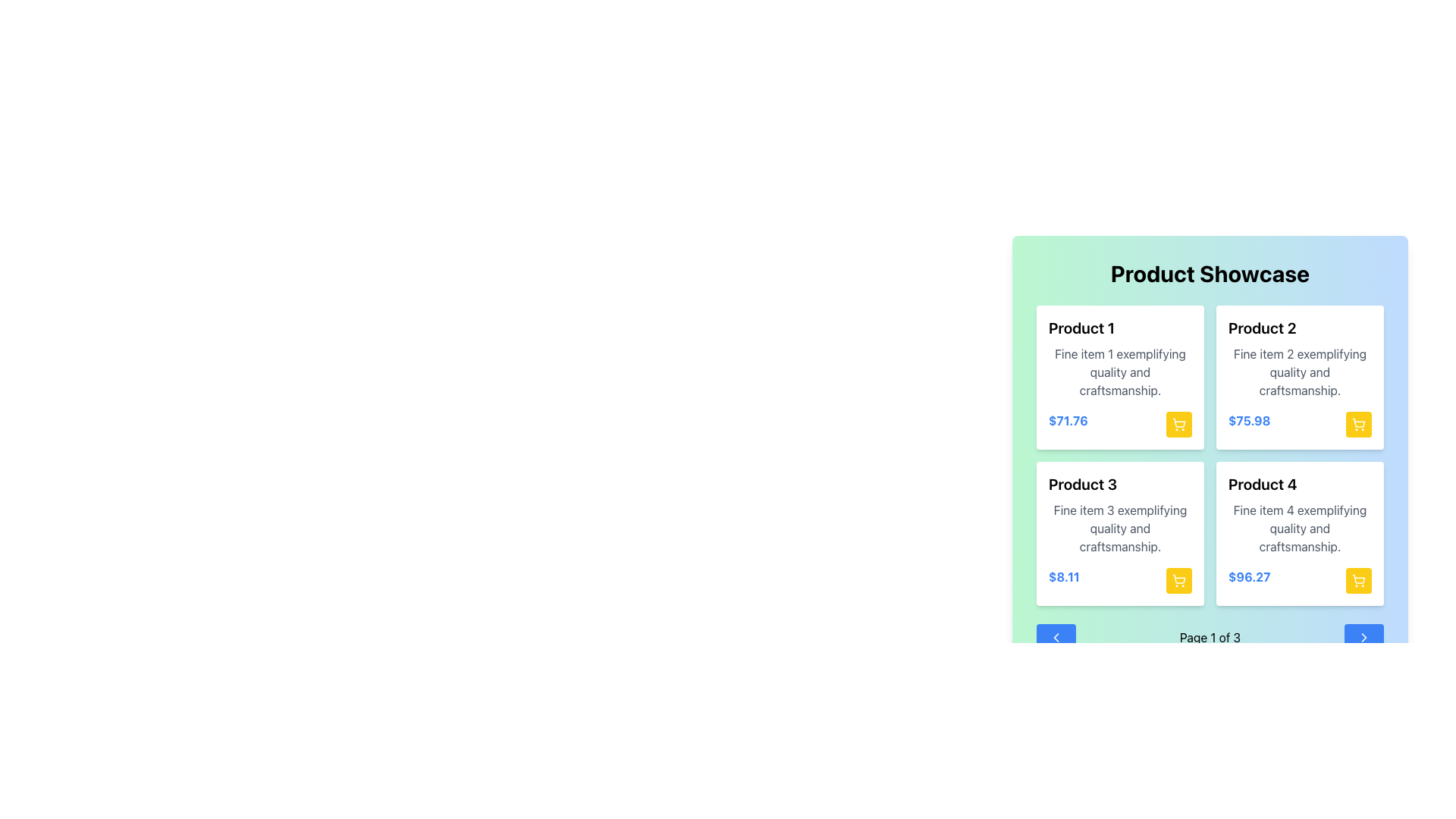 Image resolution: width=1456 pixels, height=819 pixels. I want to click on the Text Display element that shows the price of 'Product 2', located in the bottom-right area of the card, so click(1299, 424).